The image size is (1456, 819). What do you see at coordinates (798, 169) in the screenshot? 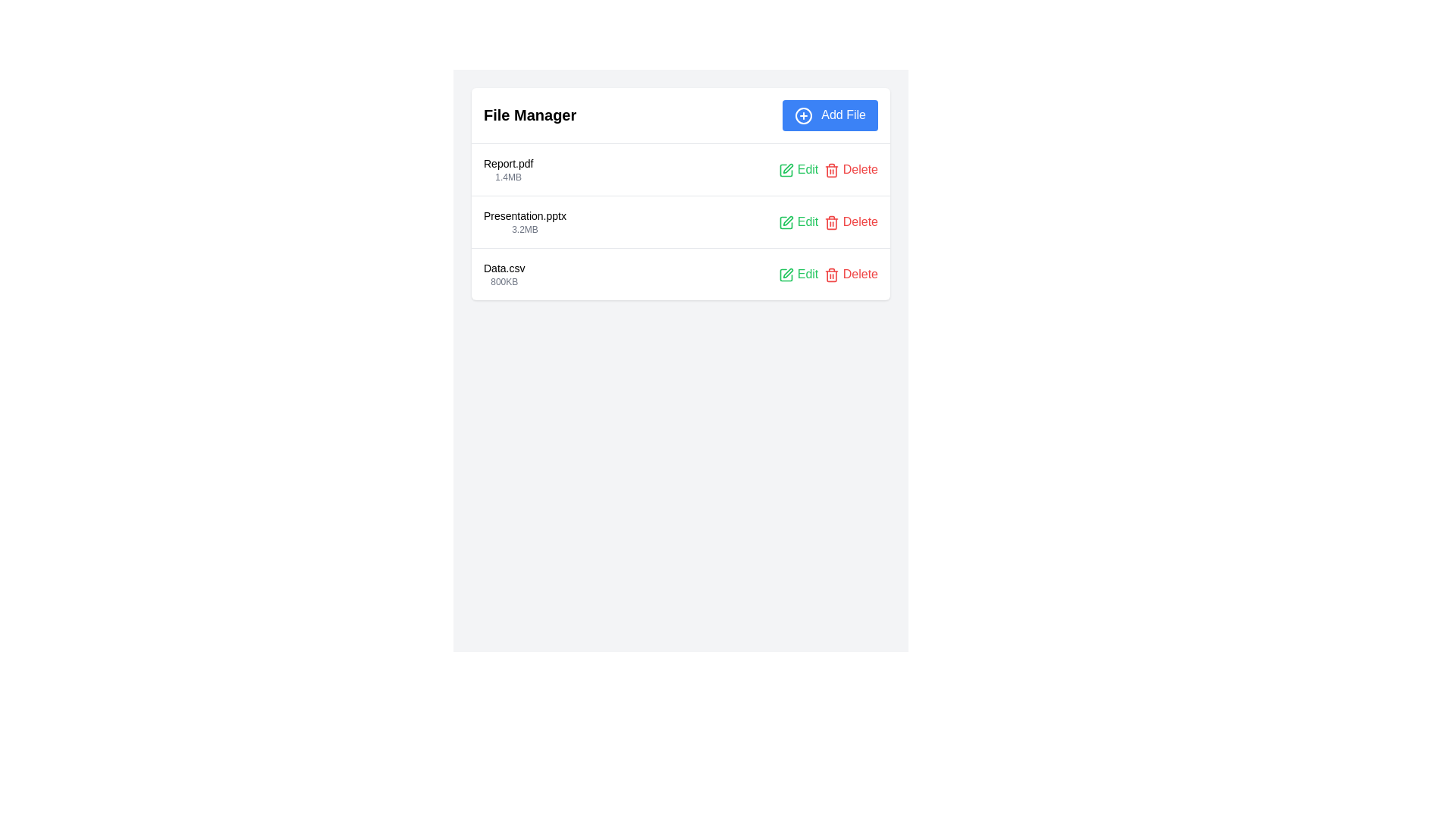
I see `the 'Edit' button, which is a green-colored text element with a pencil icon, located at the right end of the row for the file 'Report.pdf'` at bounding box center [798, 169].